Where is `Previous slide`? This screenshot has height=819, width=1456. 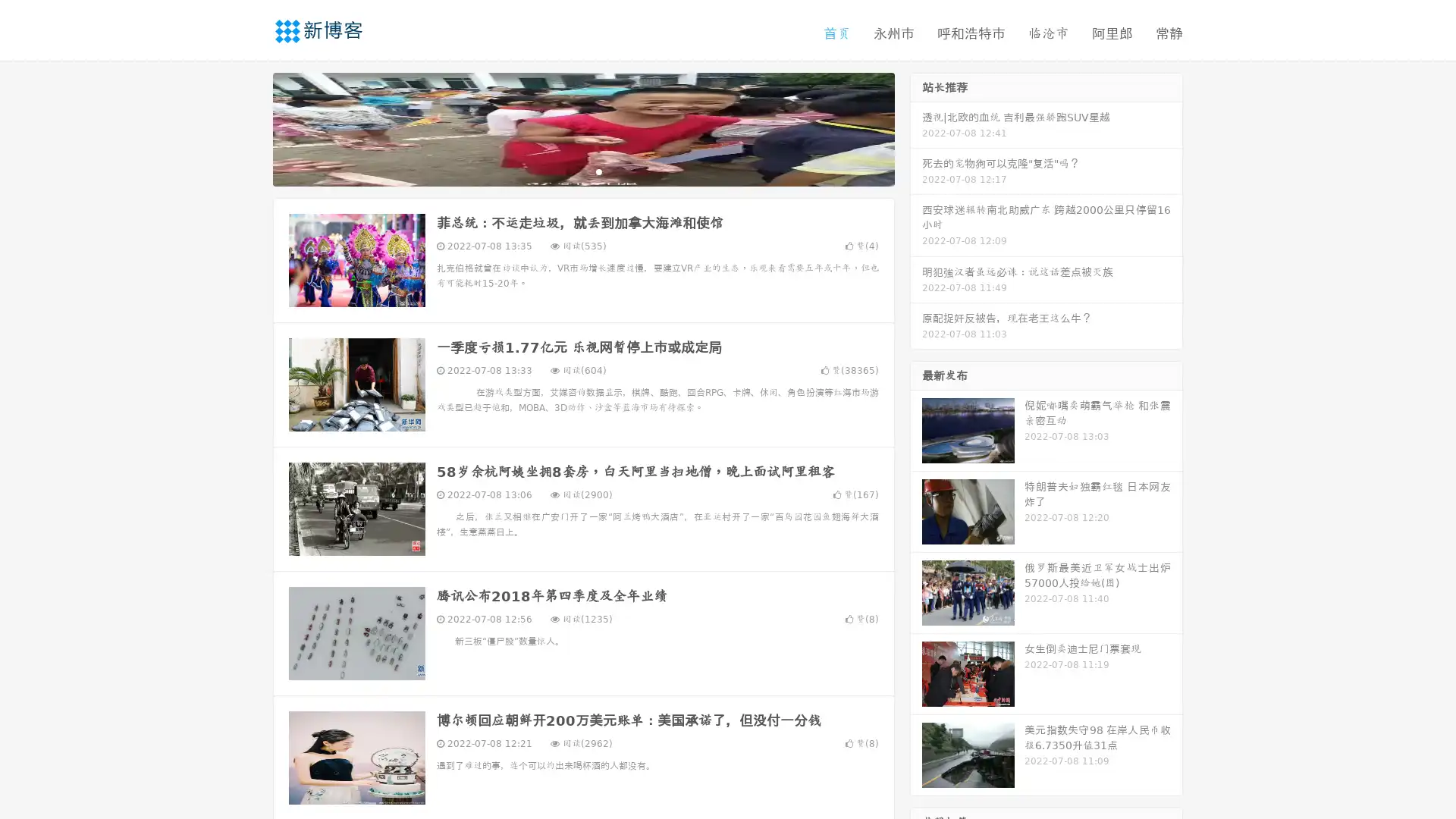
Previous slide is located at coordinates (250, 127).